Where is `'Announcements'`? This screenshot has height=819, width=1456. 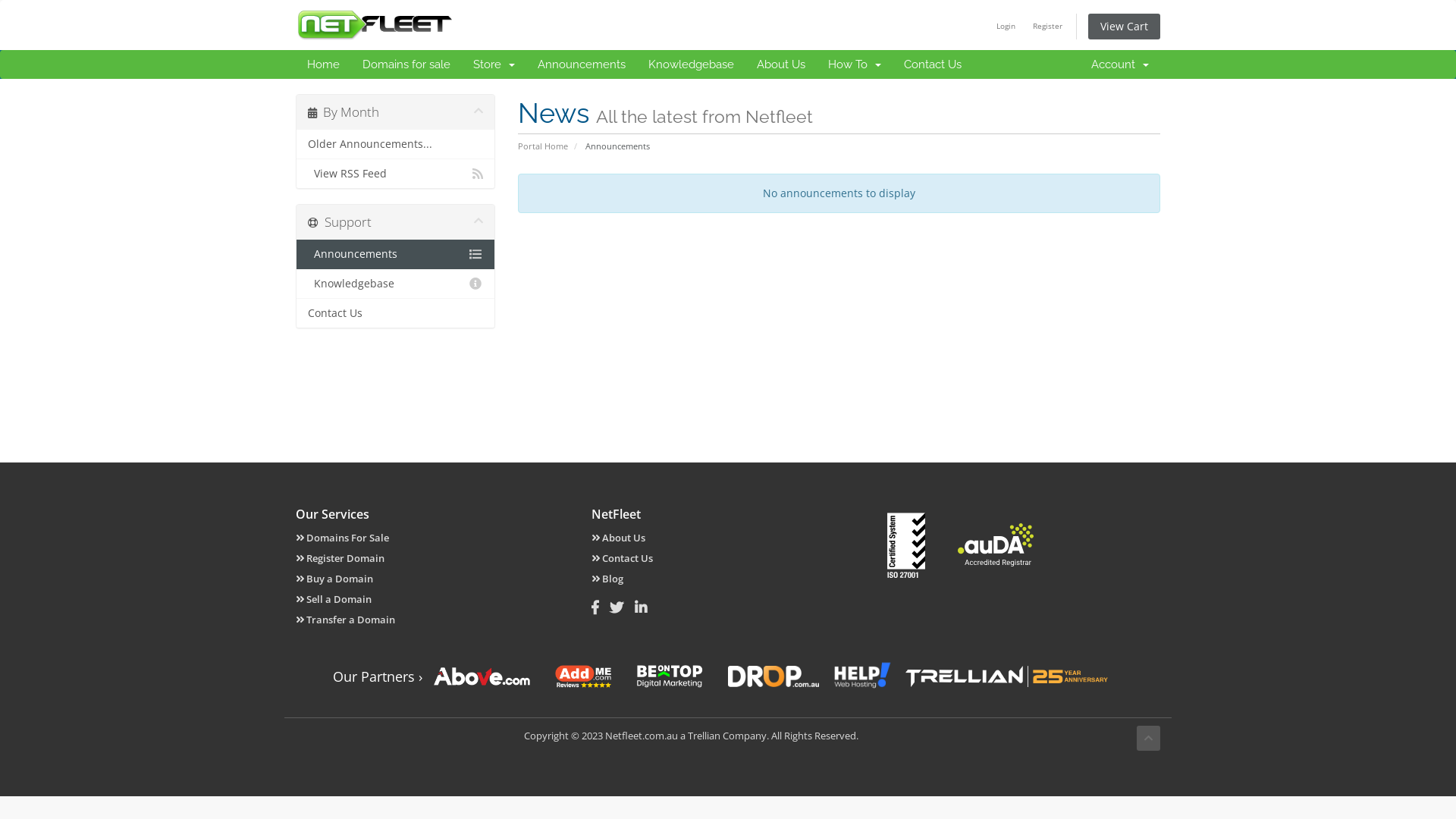 'Announcements' is located at coordinates (581, 63).